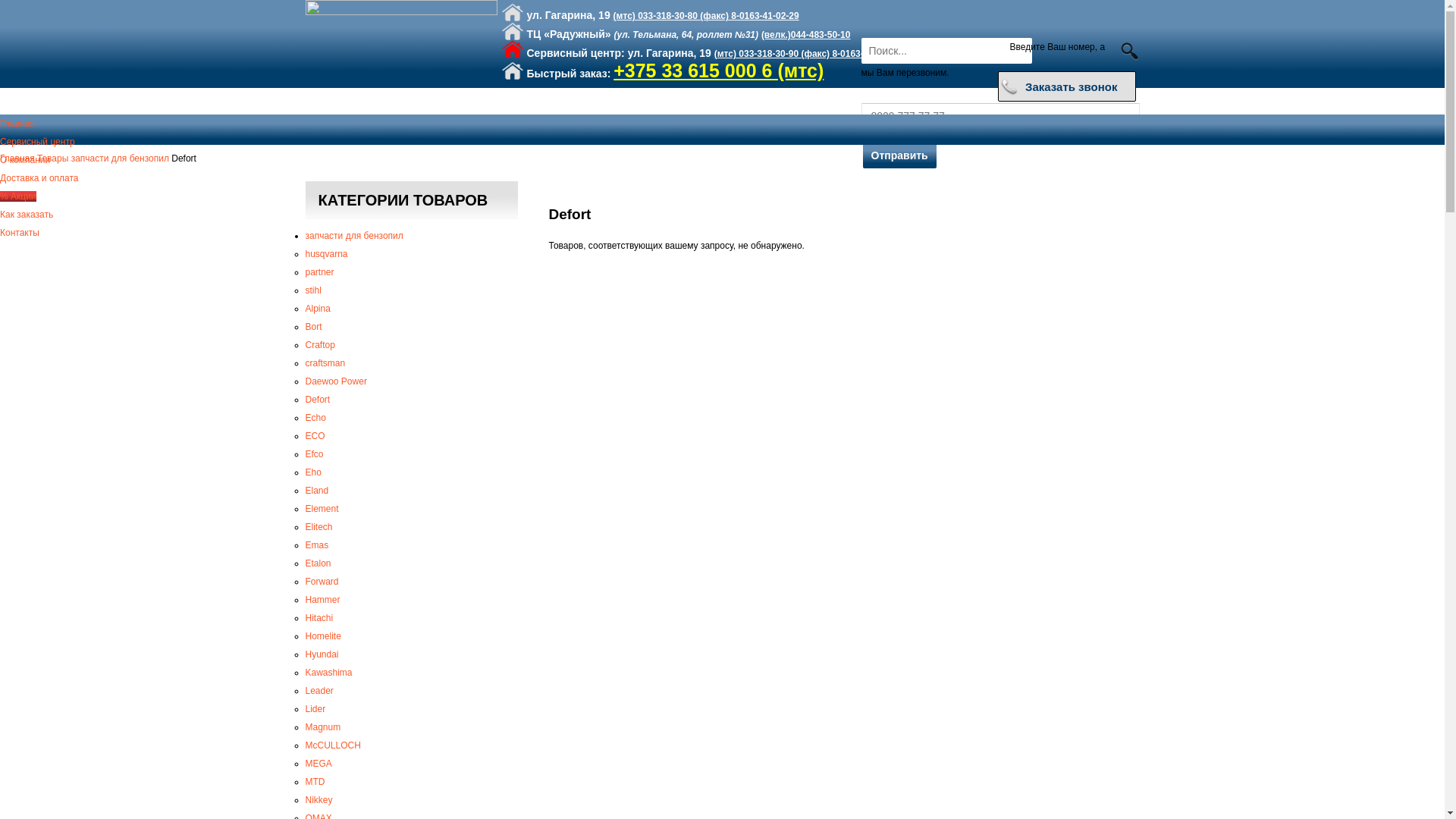 The height and width of the screenshot is (819, 1456). What do you see at coordinates (322, 726) in the screenshot?
I see `'Magnum'` at bounding box center [322, 726].